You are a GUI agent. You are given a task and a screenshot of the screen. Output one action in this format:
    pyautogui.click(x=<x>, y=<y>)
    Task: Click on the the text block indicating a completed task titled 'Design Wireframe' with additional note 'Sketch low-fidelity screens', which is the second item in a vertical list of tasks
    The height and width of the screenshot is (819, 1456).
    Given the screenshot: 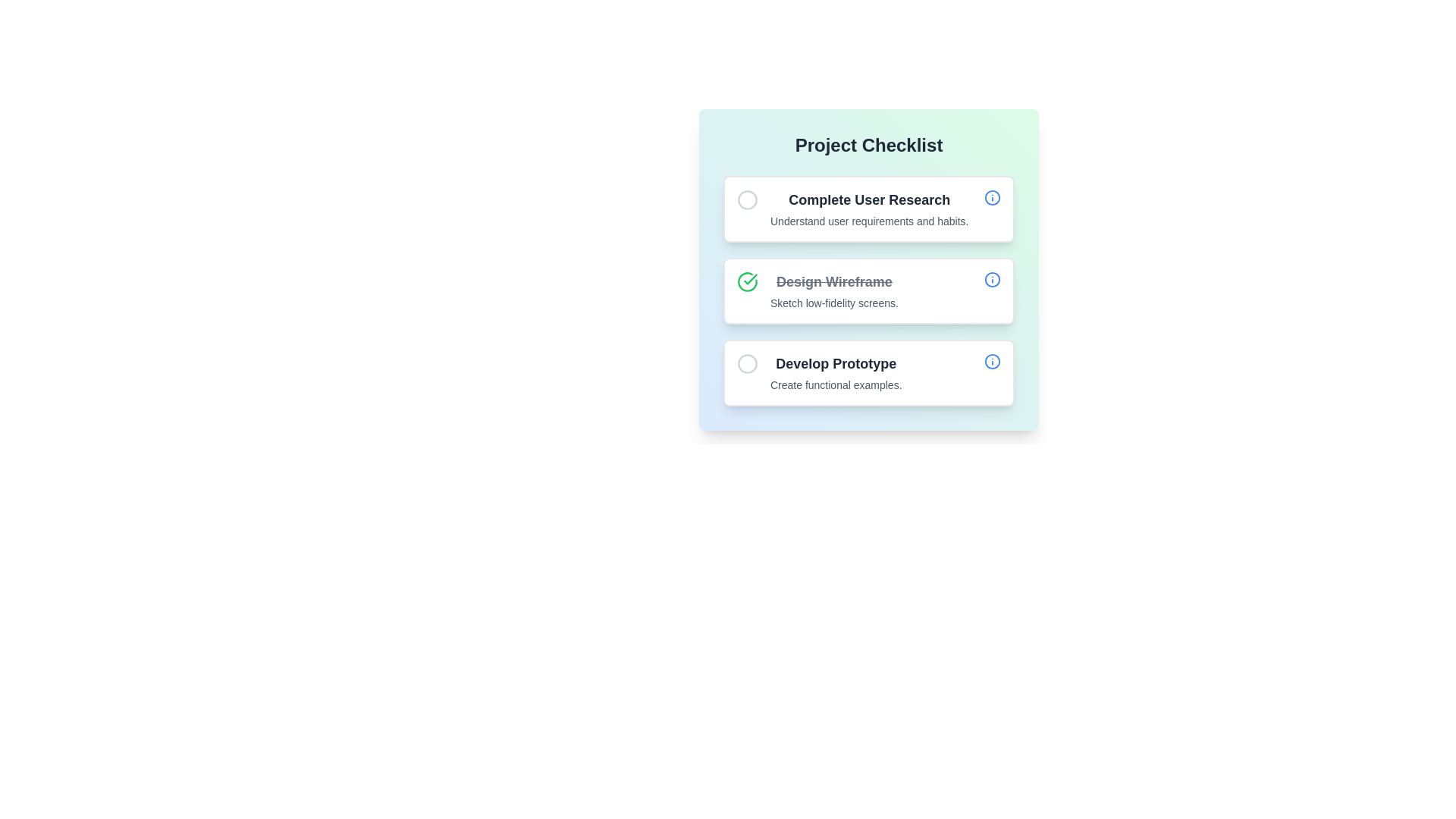 What is the action you would take?
    pyautogui.click(x=833, y=291)
    